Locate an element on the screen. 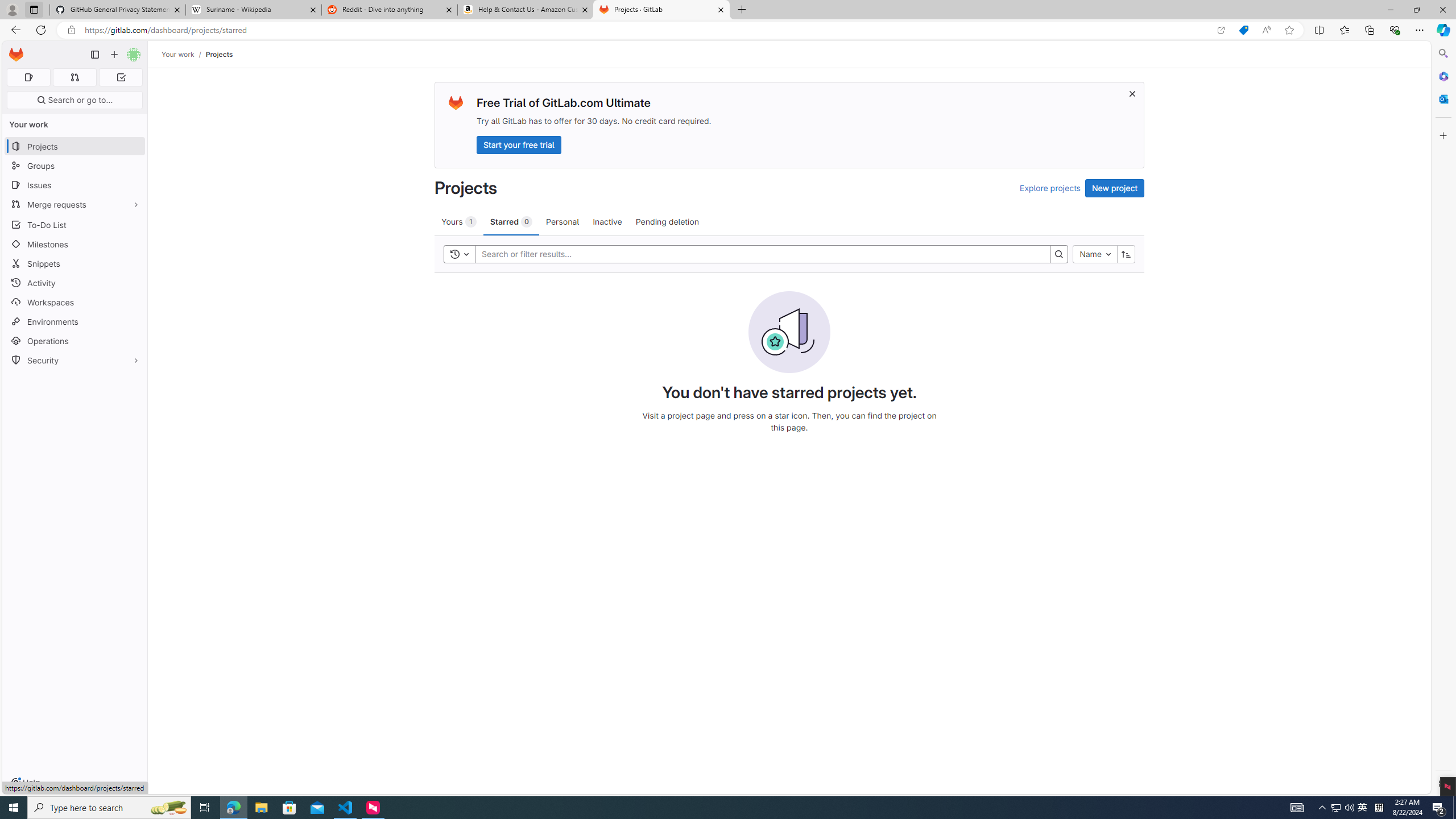 This screenshot has width=1456, height=819. 'To-Do List' is located at coordinates (74, 224).